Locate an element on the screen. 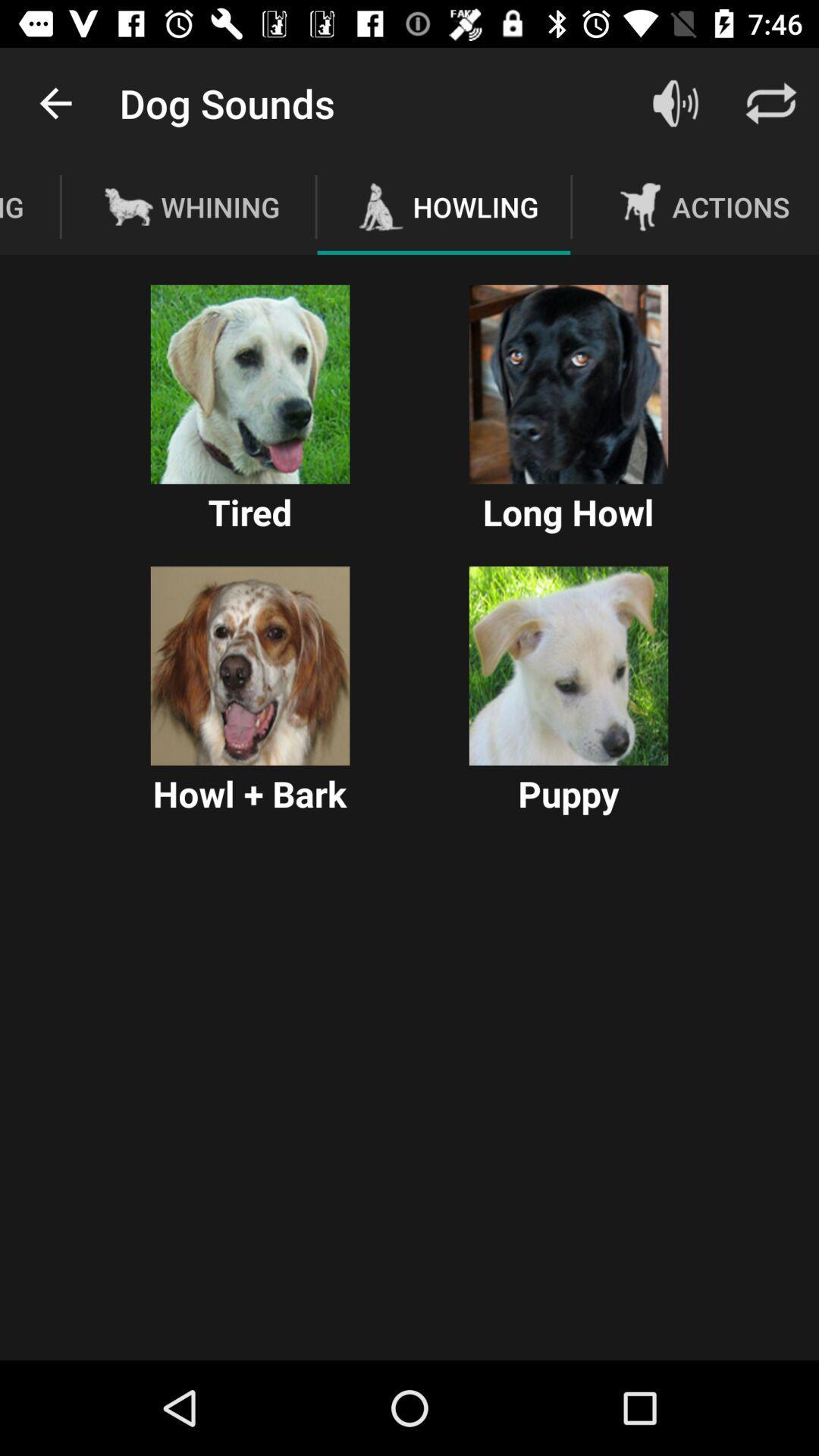 The width and height of the screenshot is (819, 1456). adjust sound is located at coordinates (675, 102).